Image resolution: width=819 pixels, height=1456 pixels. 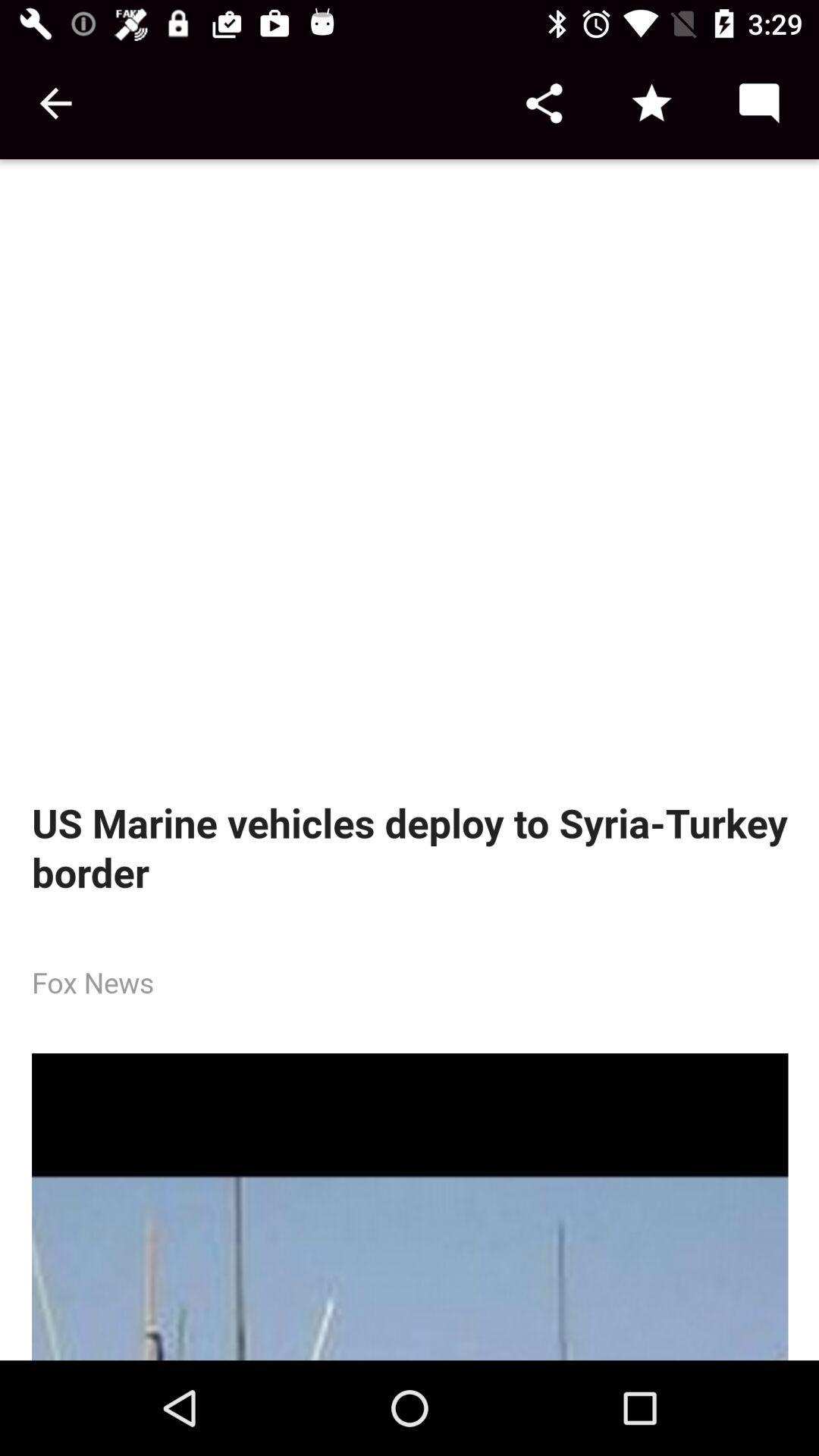 I want to click on share option, so click(x=543, y=102).